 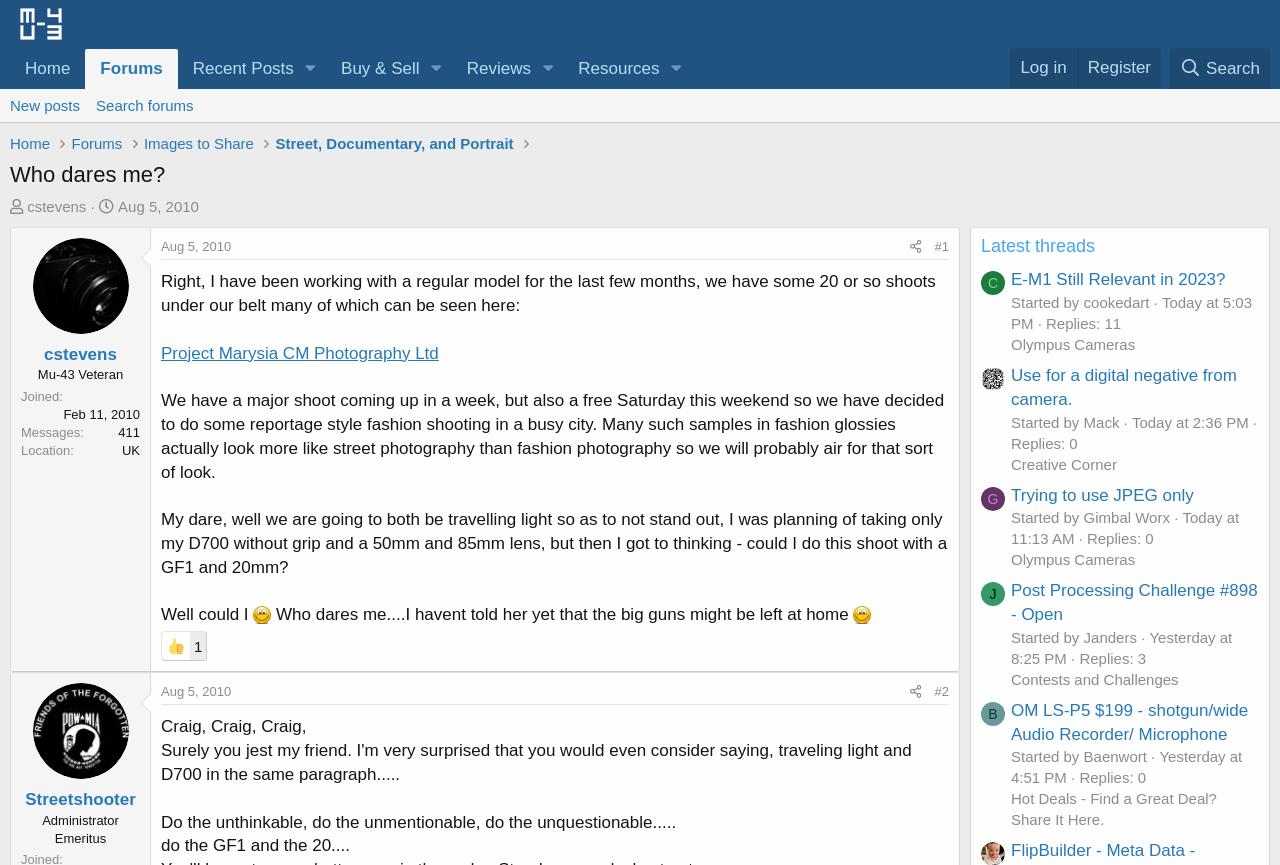 What do you see at coordinates (1045, 323) in the screenshot?
I see `'Replies: 11'` at bounding box center [1045, 323].